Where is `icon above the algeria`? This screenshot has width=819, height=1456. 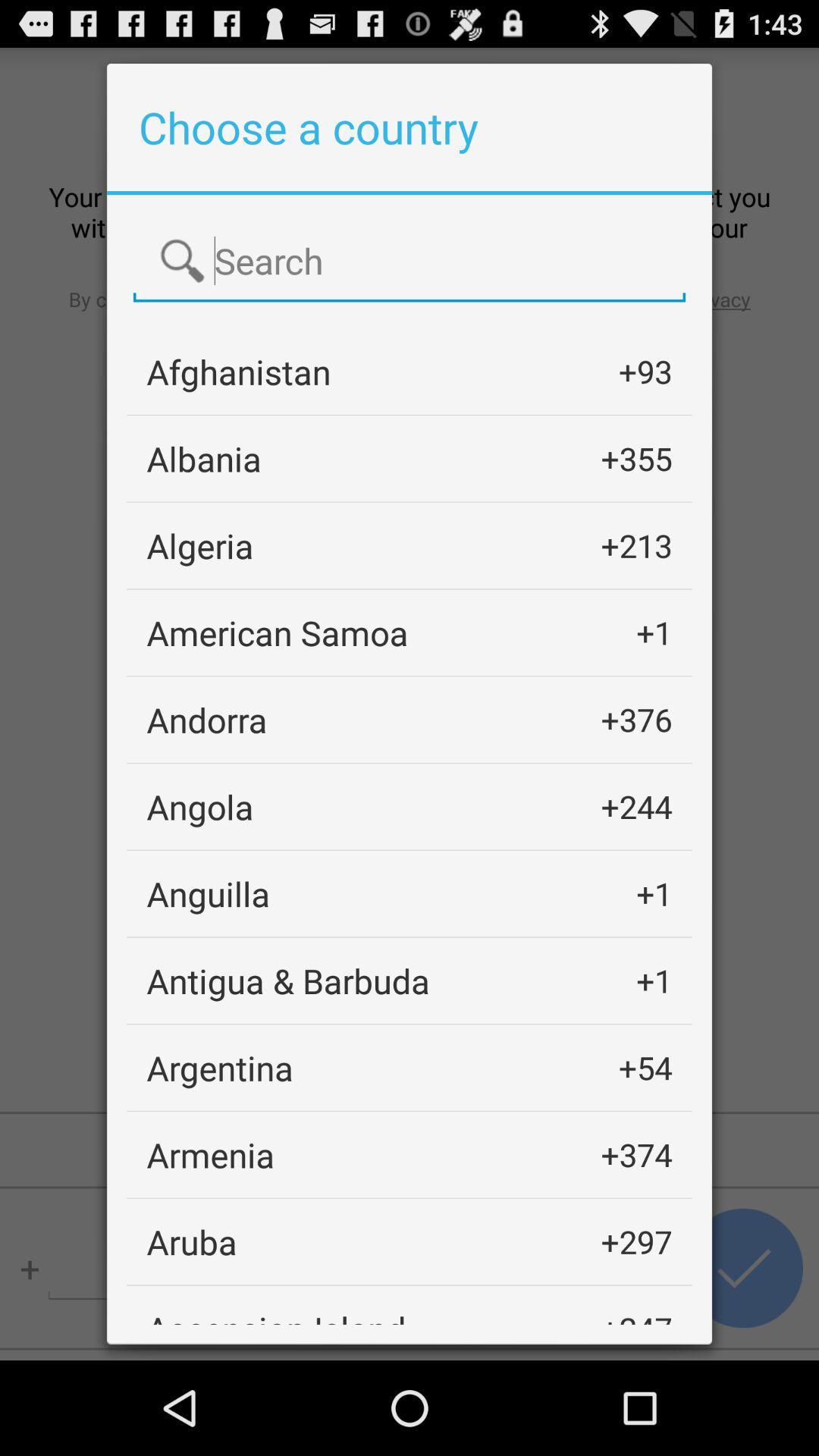 icon above the algeria is located at coordinates (203, 457).